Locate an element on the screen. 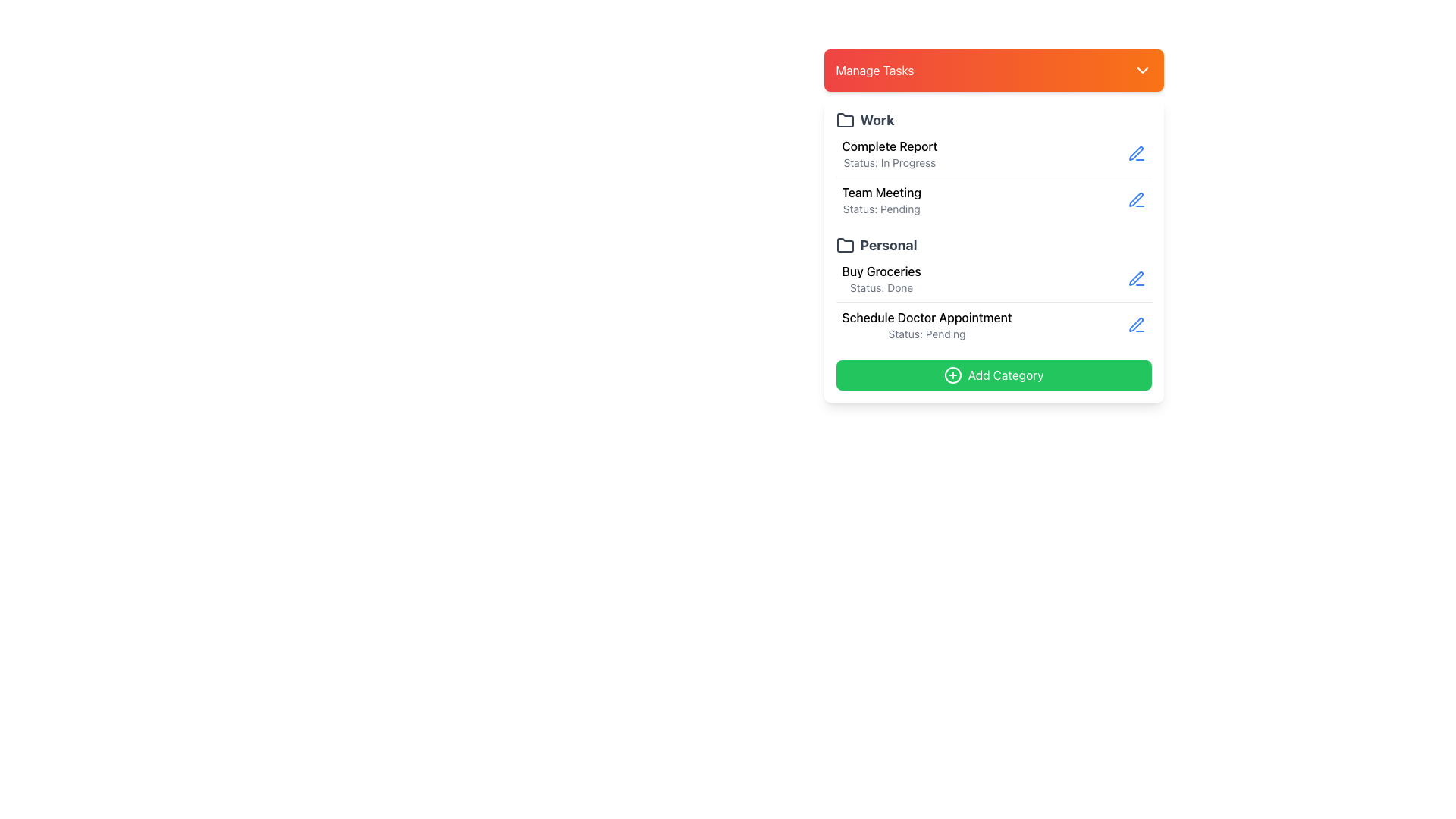  the text label displaying 'Schedule Doctor Appointment' in black font, located under the 'Personal' header and above the 'Status: Pending' label is located at coordinates (926, 317).